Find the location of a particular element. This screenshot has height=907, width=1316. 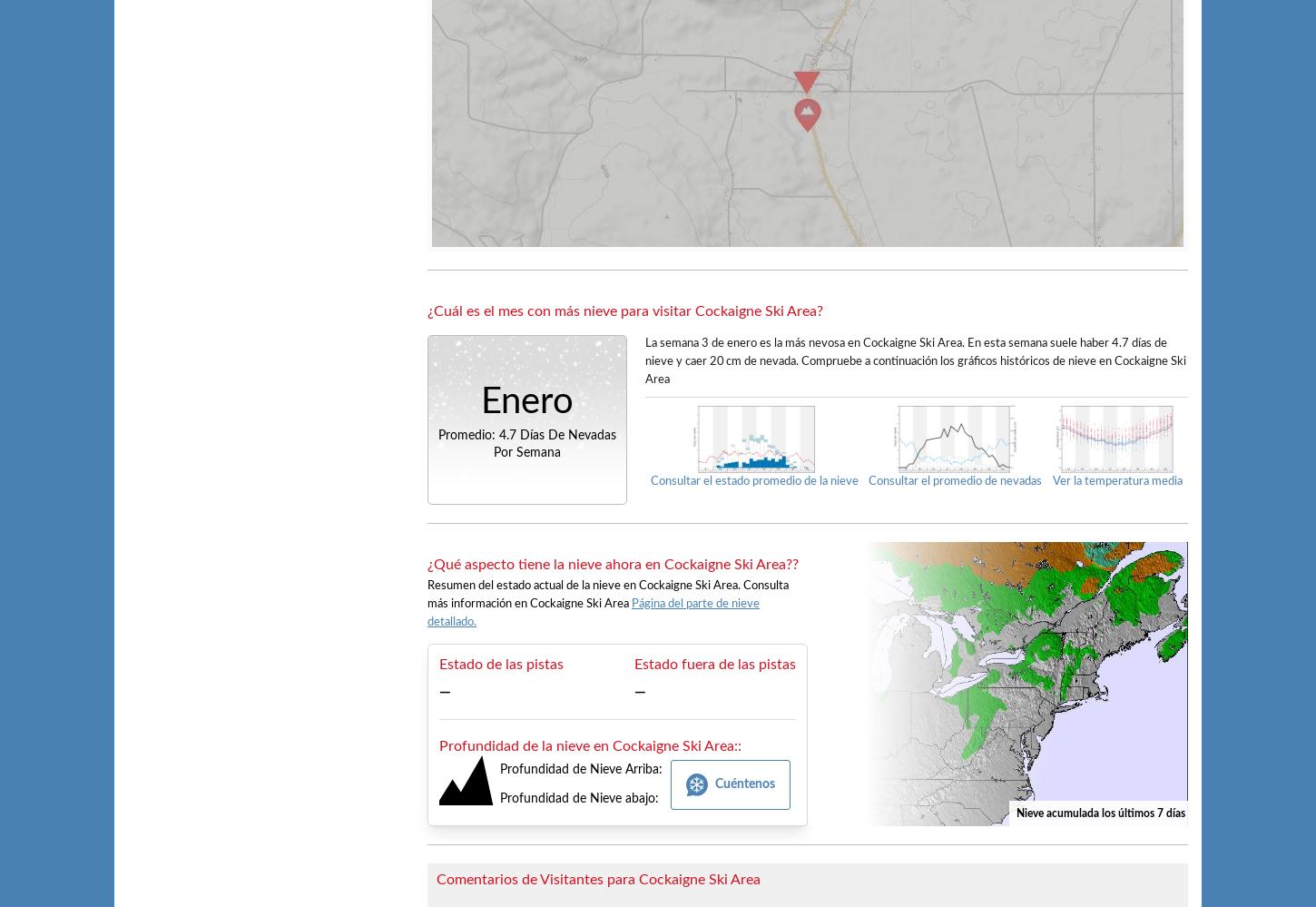

'Profundidad de Nieve' is located at coordinates (612, 293).